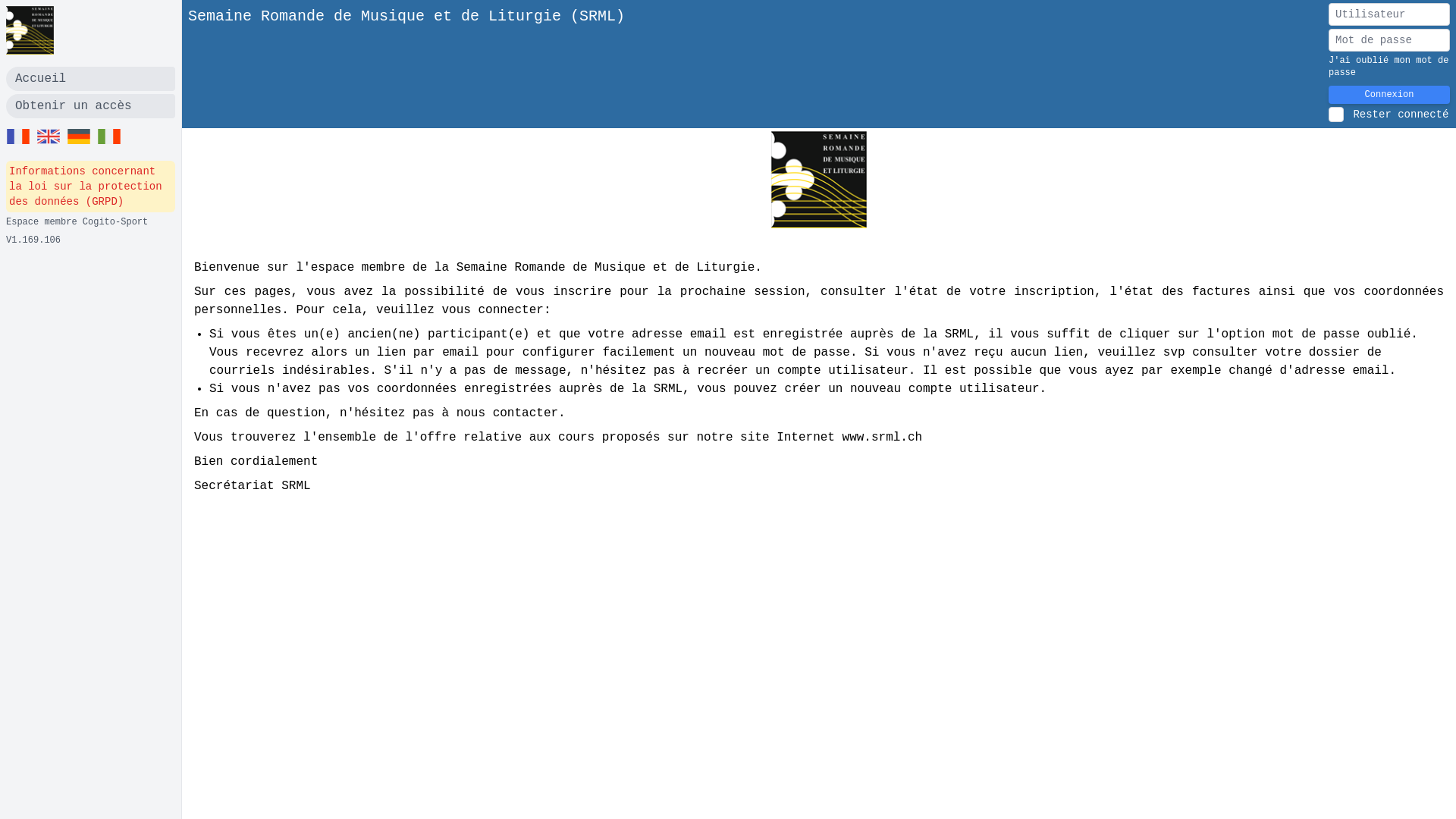 Image resolution: width=1456 pixels, height=819 pixels. Describe the element at coordinates (1389, 94) in the screenshot. I see `'Connexion'` at that location.